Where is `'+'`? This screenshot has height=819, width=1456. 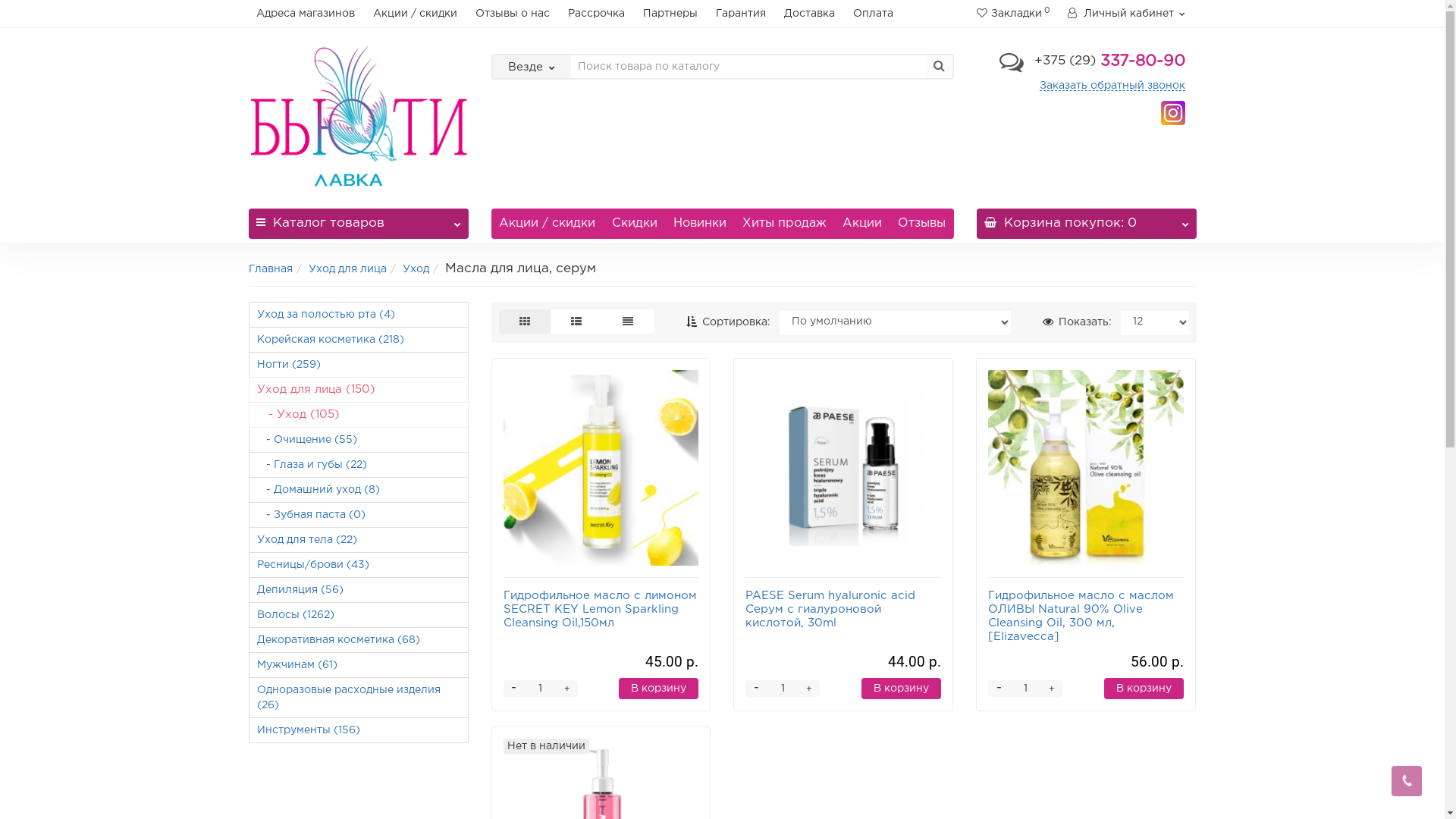
'+' is located at coordinates (566, 688).